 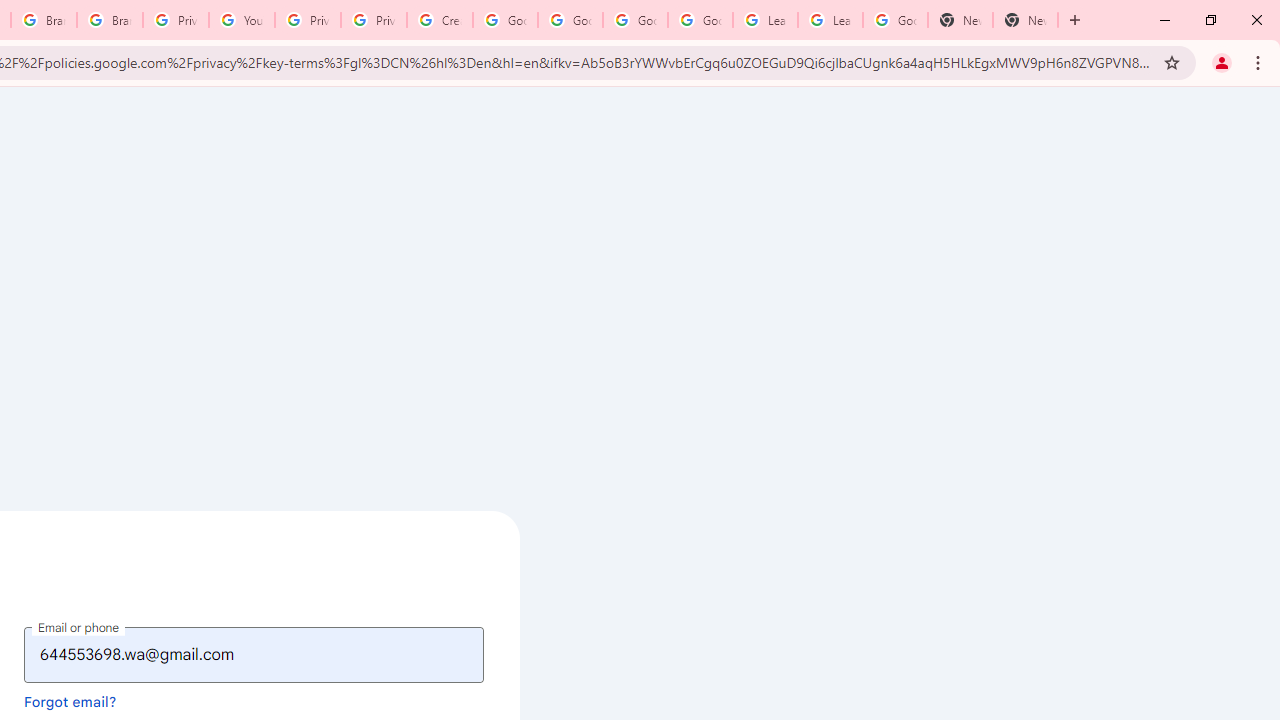 What do you see at coordinates (253, 654) in the screenshot?
I see `'Email or phone'` at bounding box center [253, 654].